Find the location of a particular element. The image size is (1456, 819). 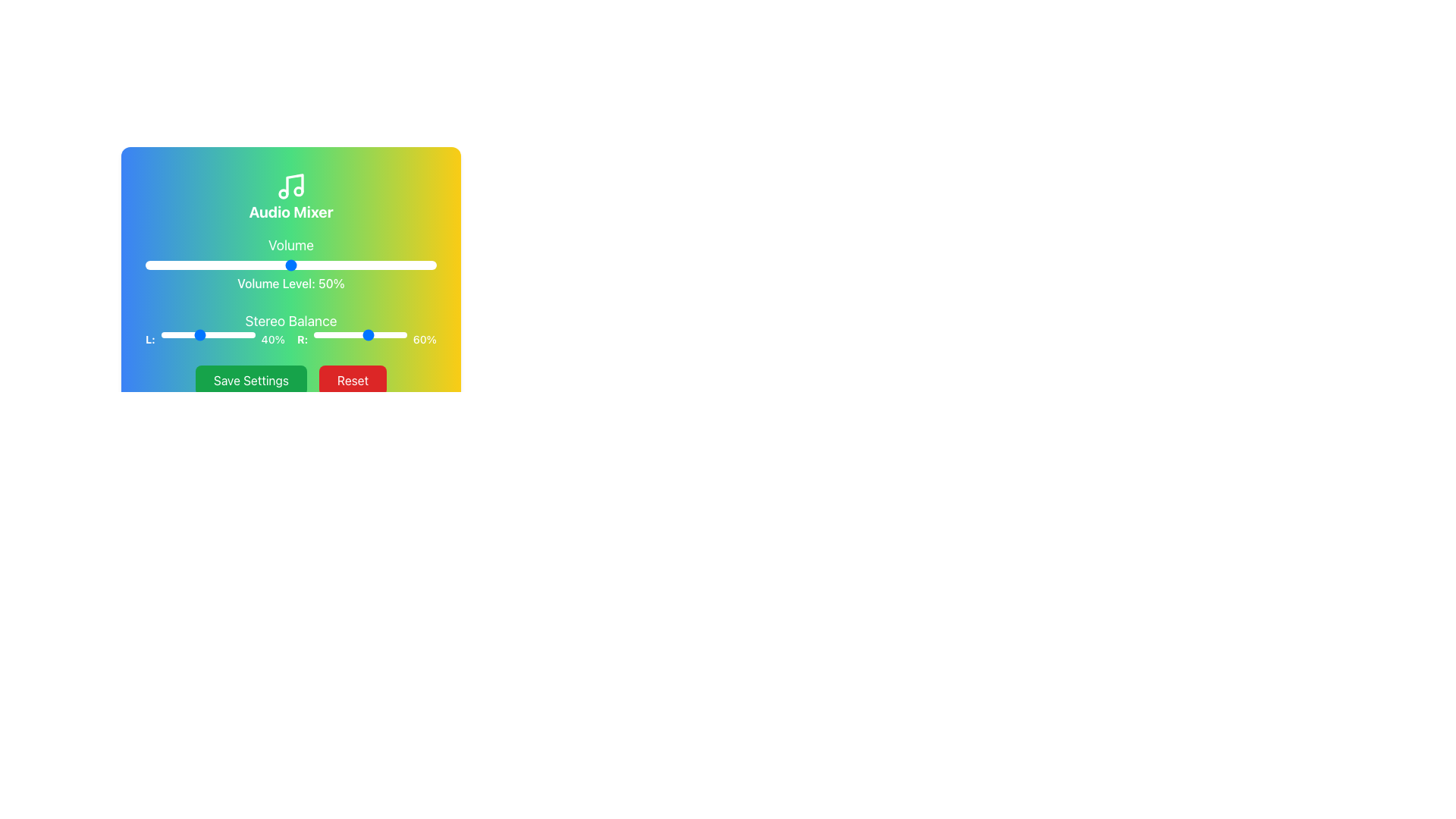

the volume is located at coordinates (206, 265).